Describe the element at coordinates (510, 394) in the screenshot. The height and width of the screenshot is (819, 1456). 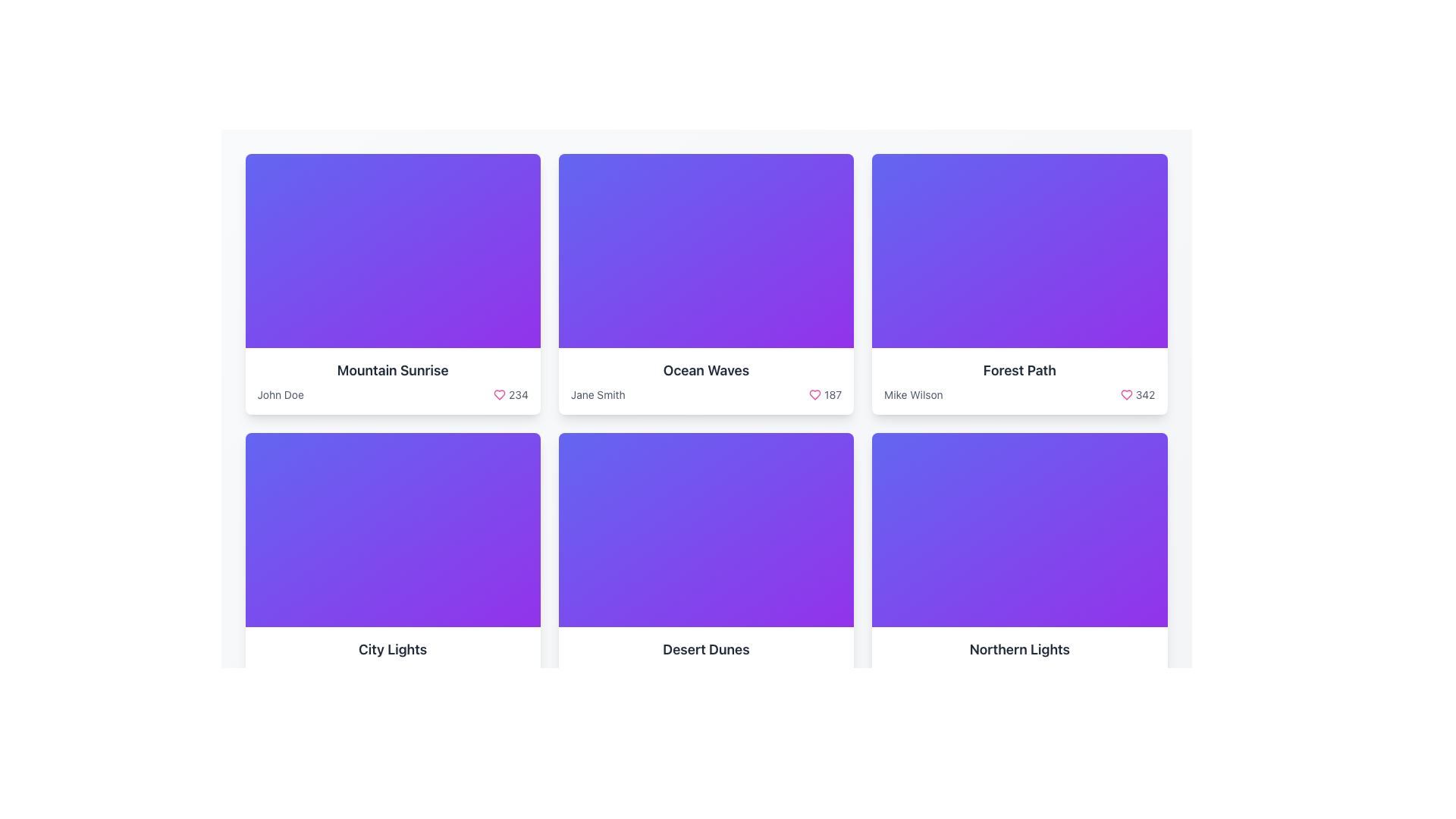
I see `the Like counter consisting of a pink heart icon and the number '234' in gray text, located at the bottom-right corner of the 'Mountain Sunrise' card, adjacent to 'John Doe'` at that location.